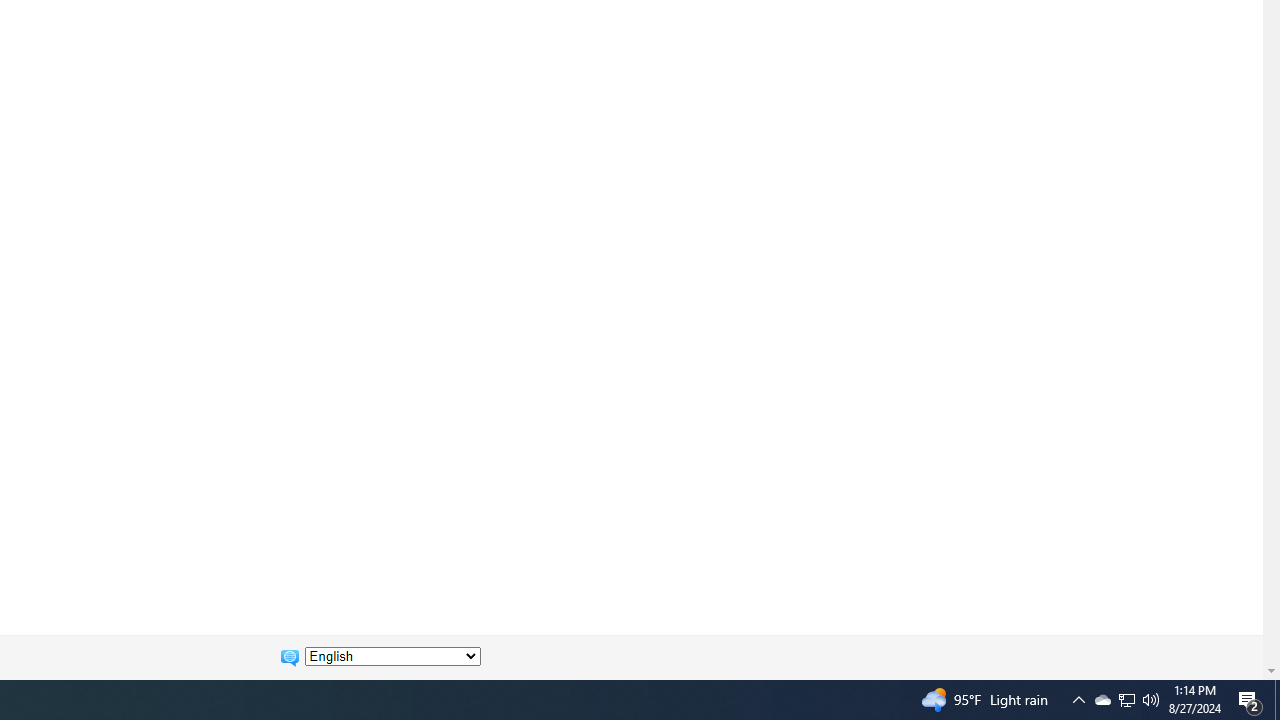  What do you see at coordinates (392, 656) in the screenshot?
I see `'Change language:'` at bounding box center [392, 656].